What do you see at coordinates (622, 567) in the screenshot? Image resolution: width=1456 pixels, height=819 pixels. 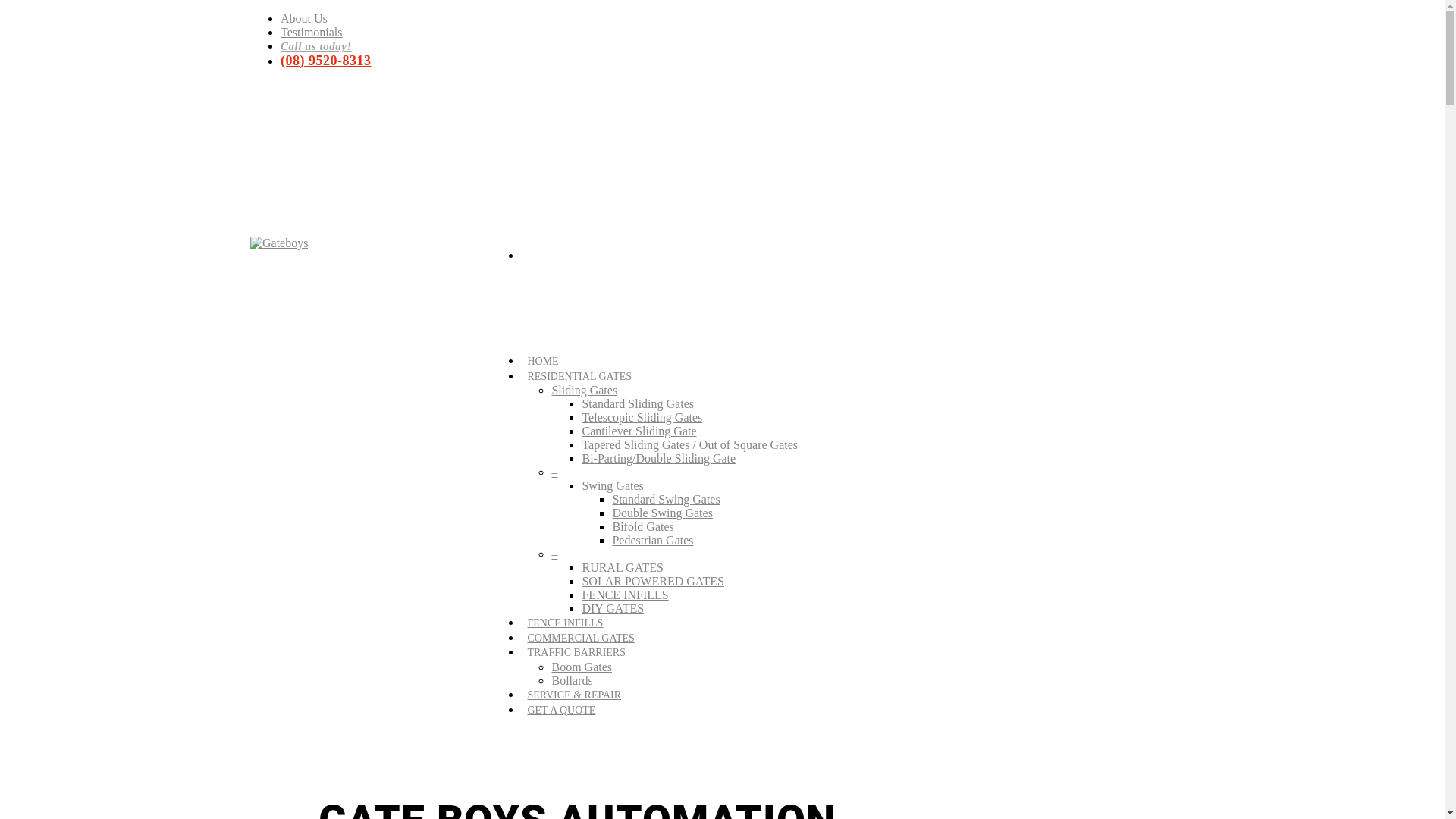 I see `'RURAL GATES'` at bounding box center [622, 567].